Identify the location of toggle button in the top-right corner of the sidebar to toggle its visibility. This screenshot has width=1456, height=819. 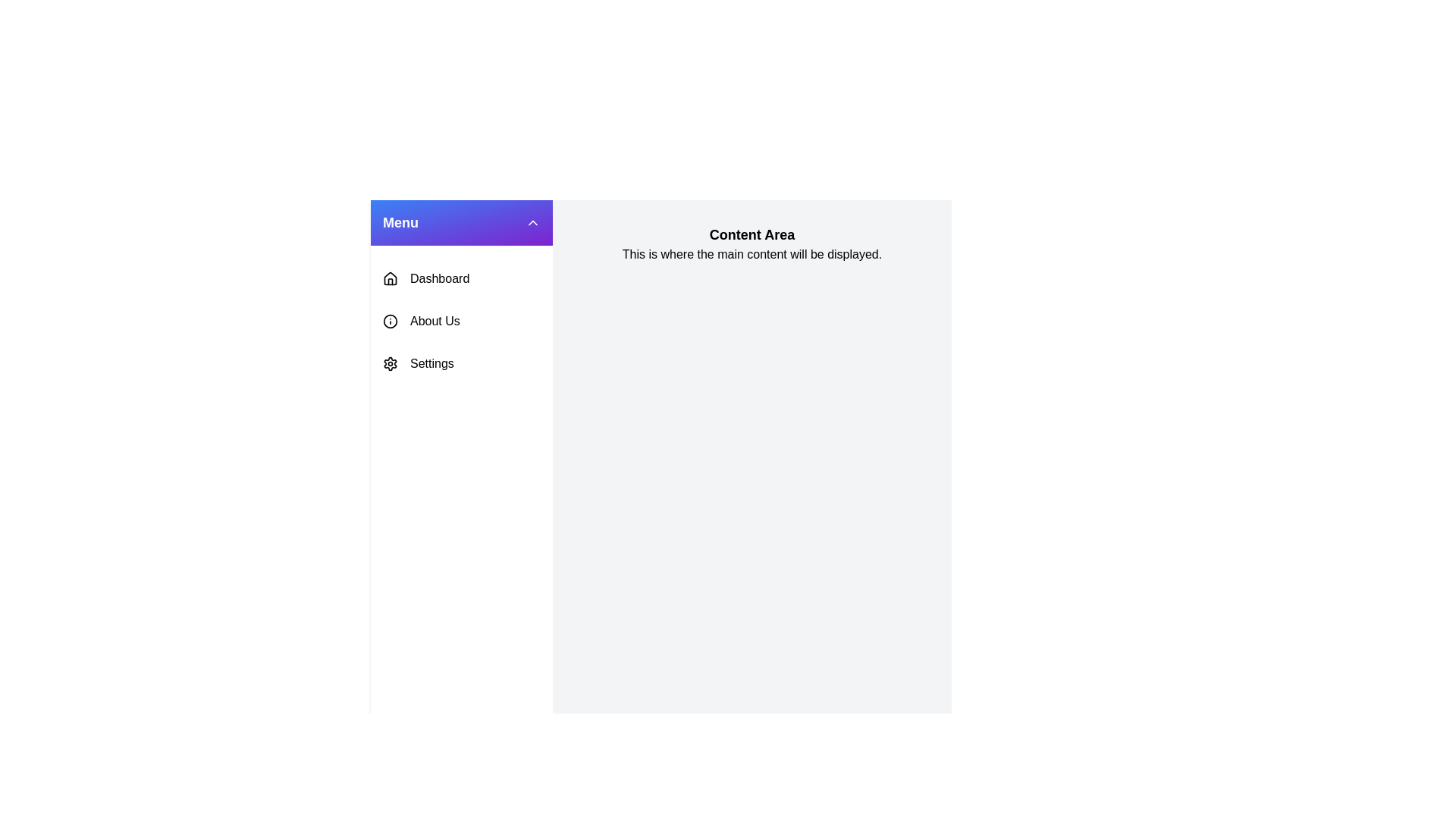
(532, 222).